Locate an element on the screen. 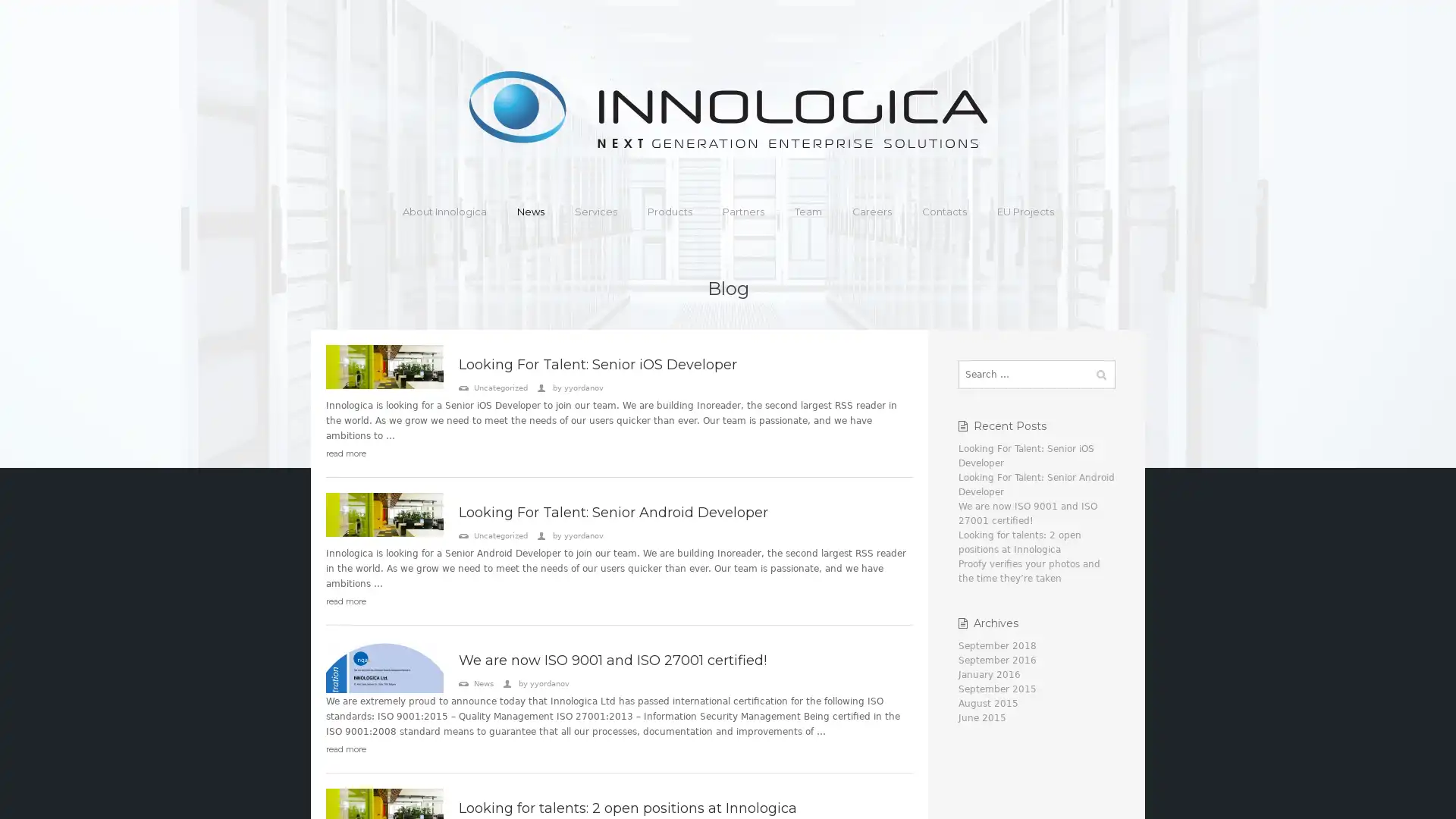  Search is located at coordinates (1100, 374).